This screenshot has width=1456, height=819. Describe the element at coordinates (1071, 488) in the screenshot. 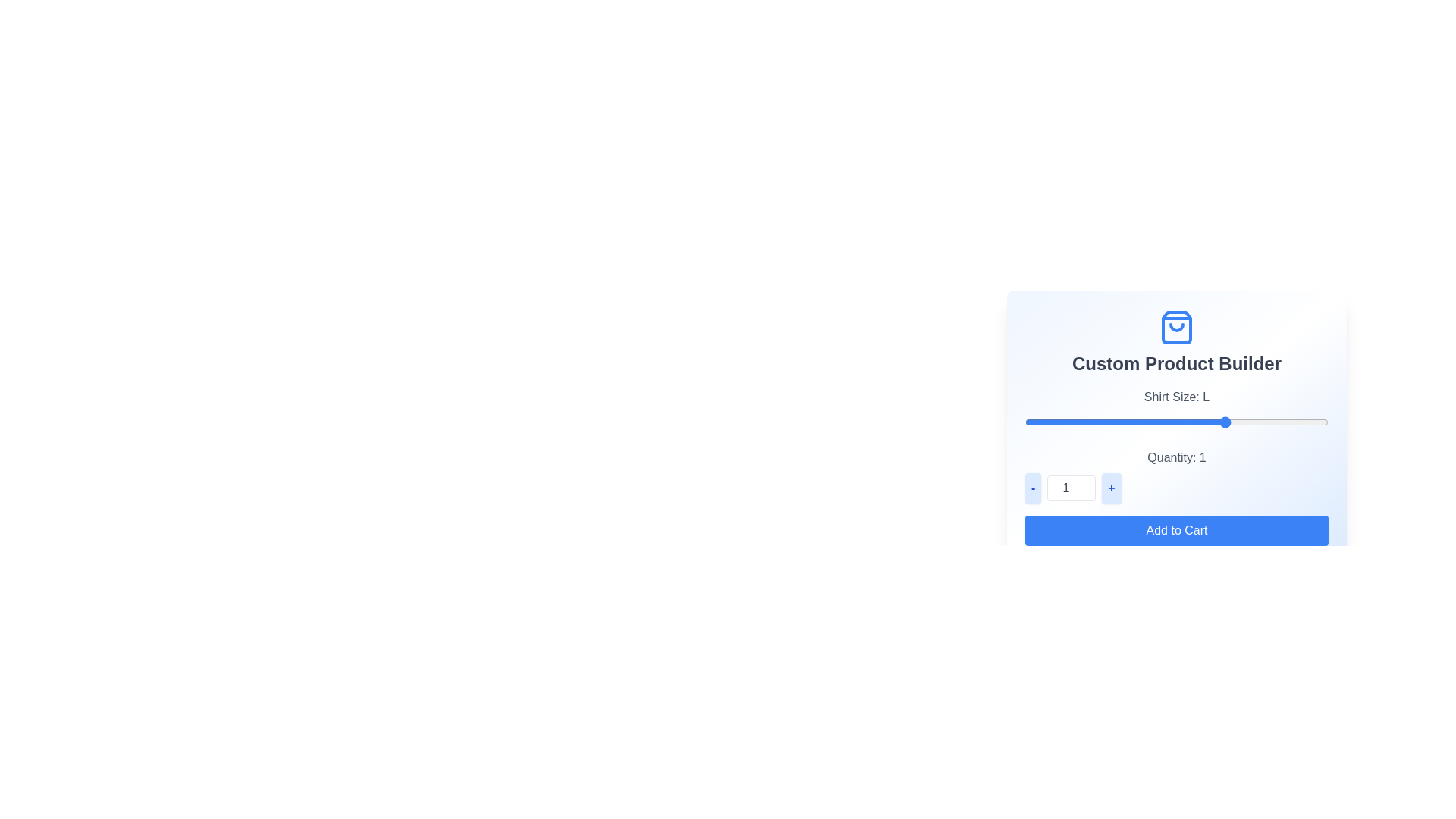

I see `the Numeric input box with a light gray border and rounded corners that has a centered number '1' to focus on it` at that location.